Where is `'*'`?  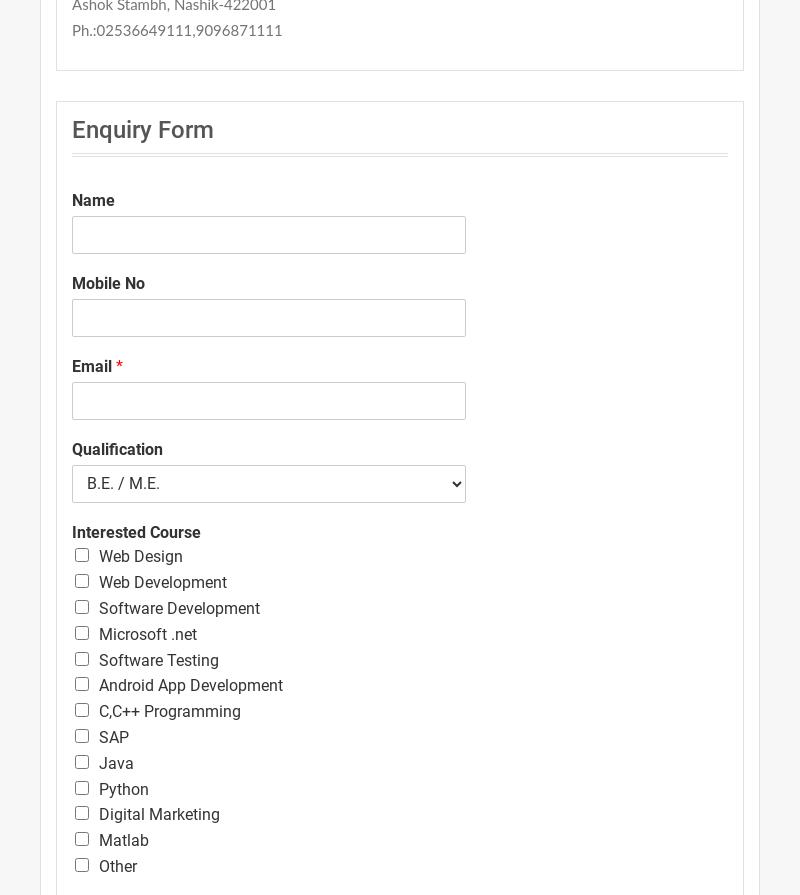 '*' is located at coordinates (118, 366).